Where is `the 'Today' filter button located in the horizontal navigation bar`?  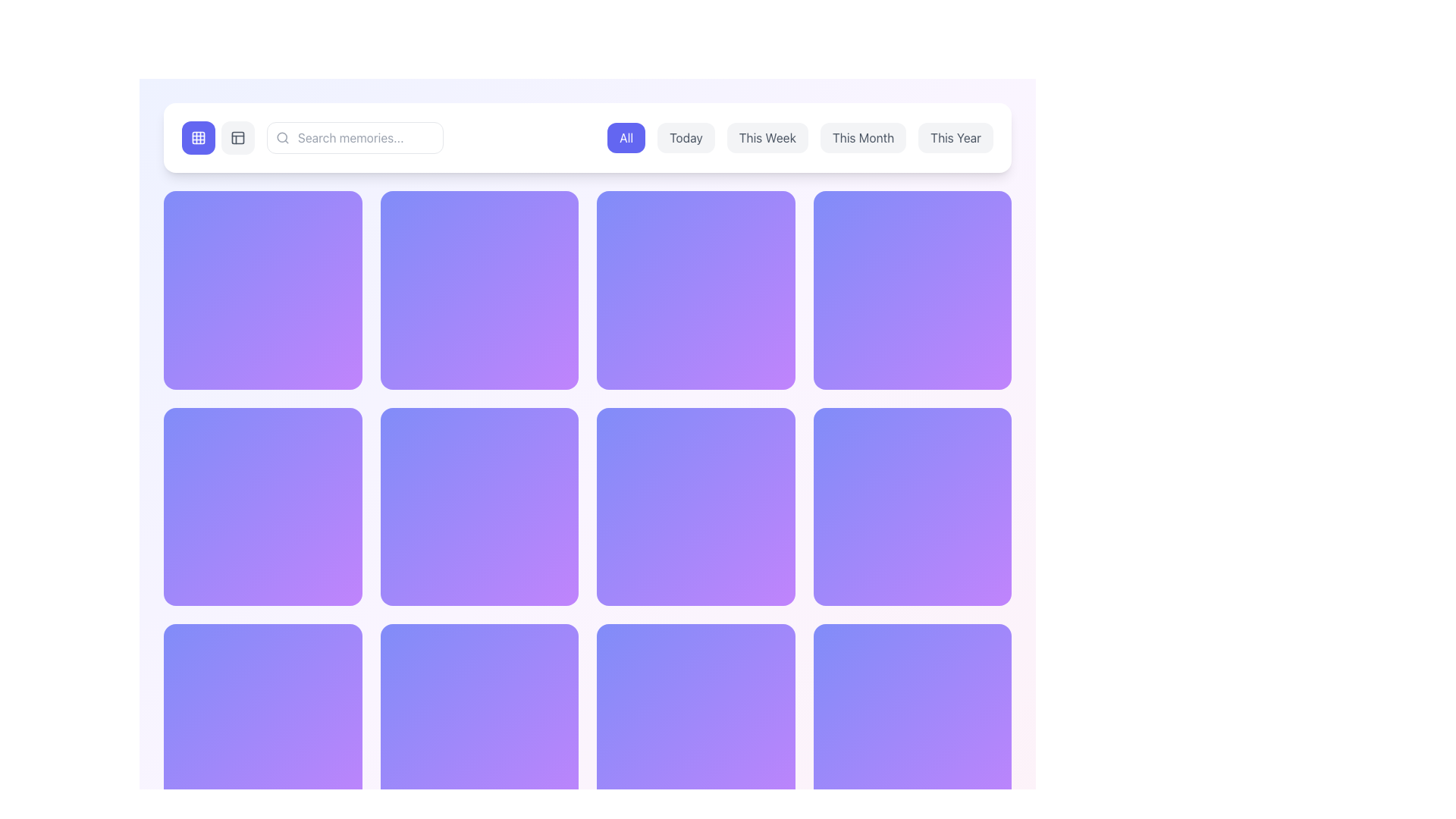 the 'Today' filter button located in the horizontal navigation bar is located at coordinates (685, 137).